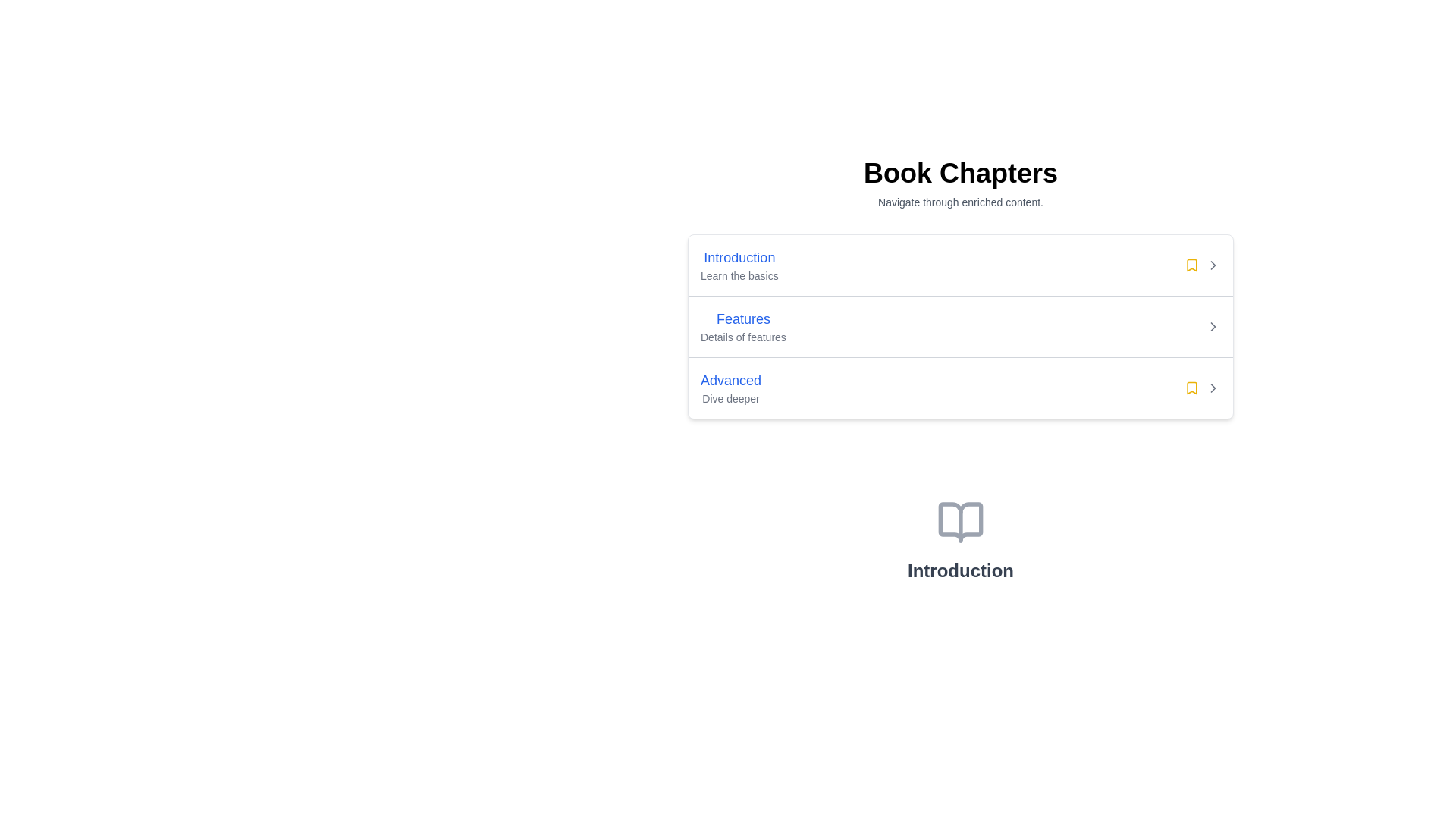 Image resolution: width=1456 pixels, height=819 pixels. What do you see at coordinates (739, 256) in the screenshot?
I see `the text link displaying 'Introduction', which is blue and underlined` at bounding box center [739, 256].